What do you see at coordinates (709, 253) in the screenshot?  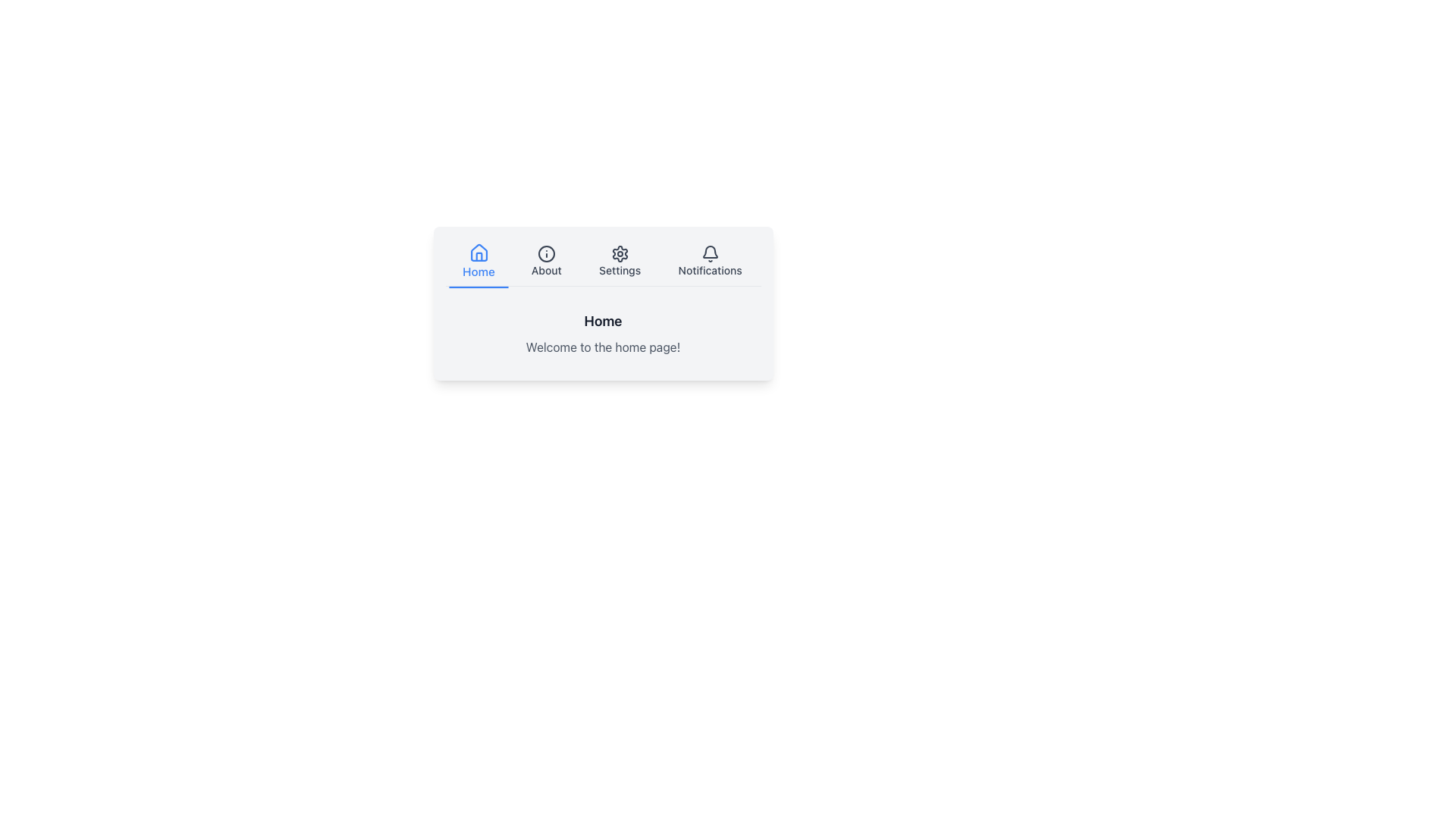 I see `the bell icon that indicates the 'Notifications' feature, located at the top of the tab labeled 'Notifications' in the navigation bar` at bounding box center [709, 253].